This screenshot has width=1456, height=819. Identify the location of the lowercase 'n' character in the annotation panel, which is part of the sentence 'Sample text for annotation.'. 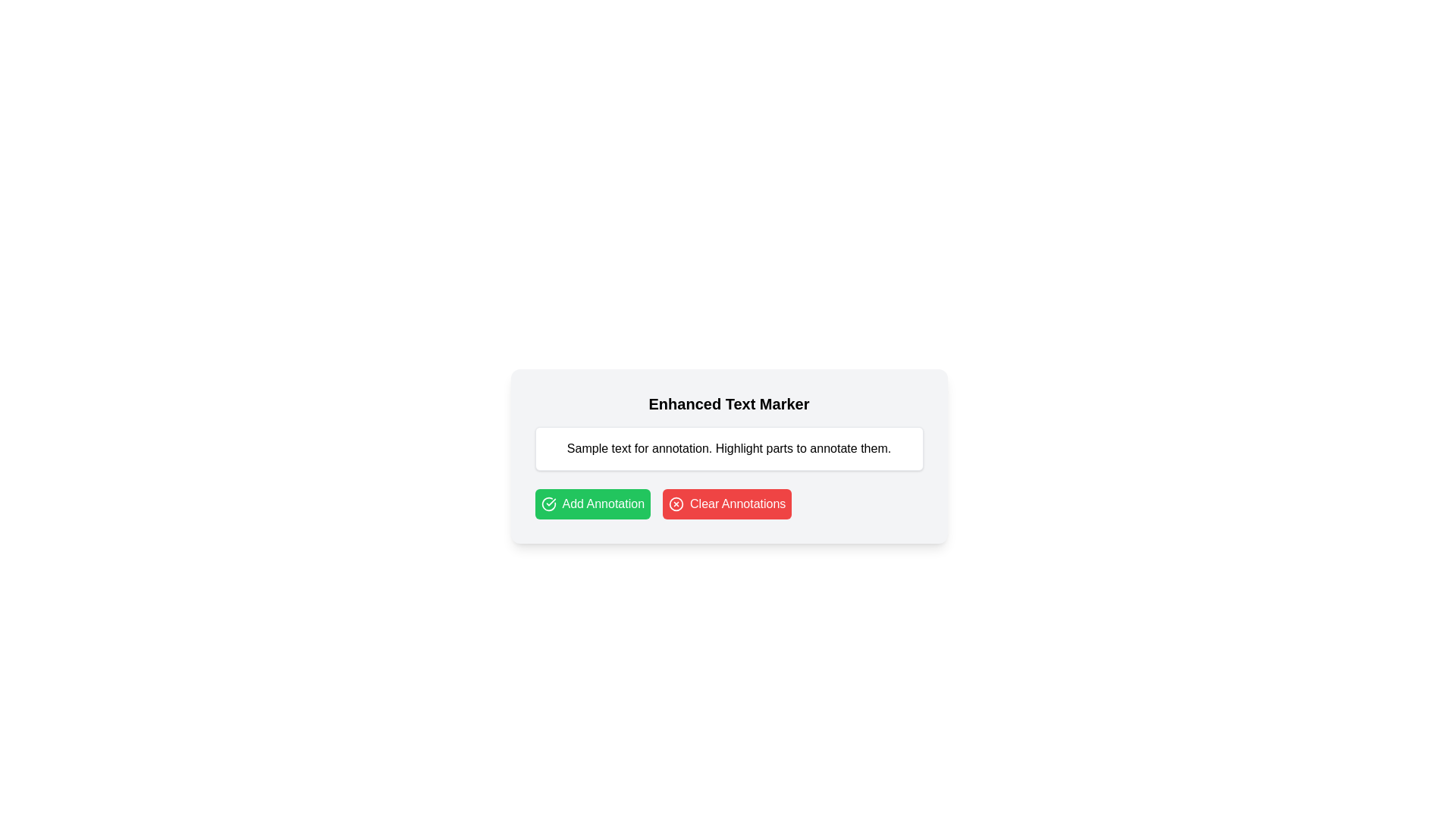
(819, 447).